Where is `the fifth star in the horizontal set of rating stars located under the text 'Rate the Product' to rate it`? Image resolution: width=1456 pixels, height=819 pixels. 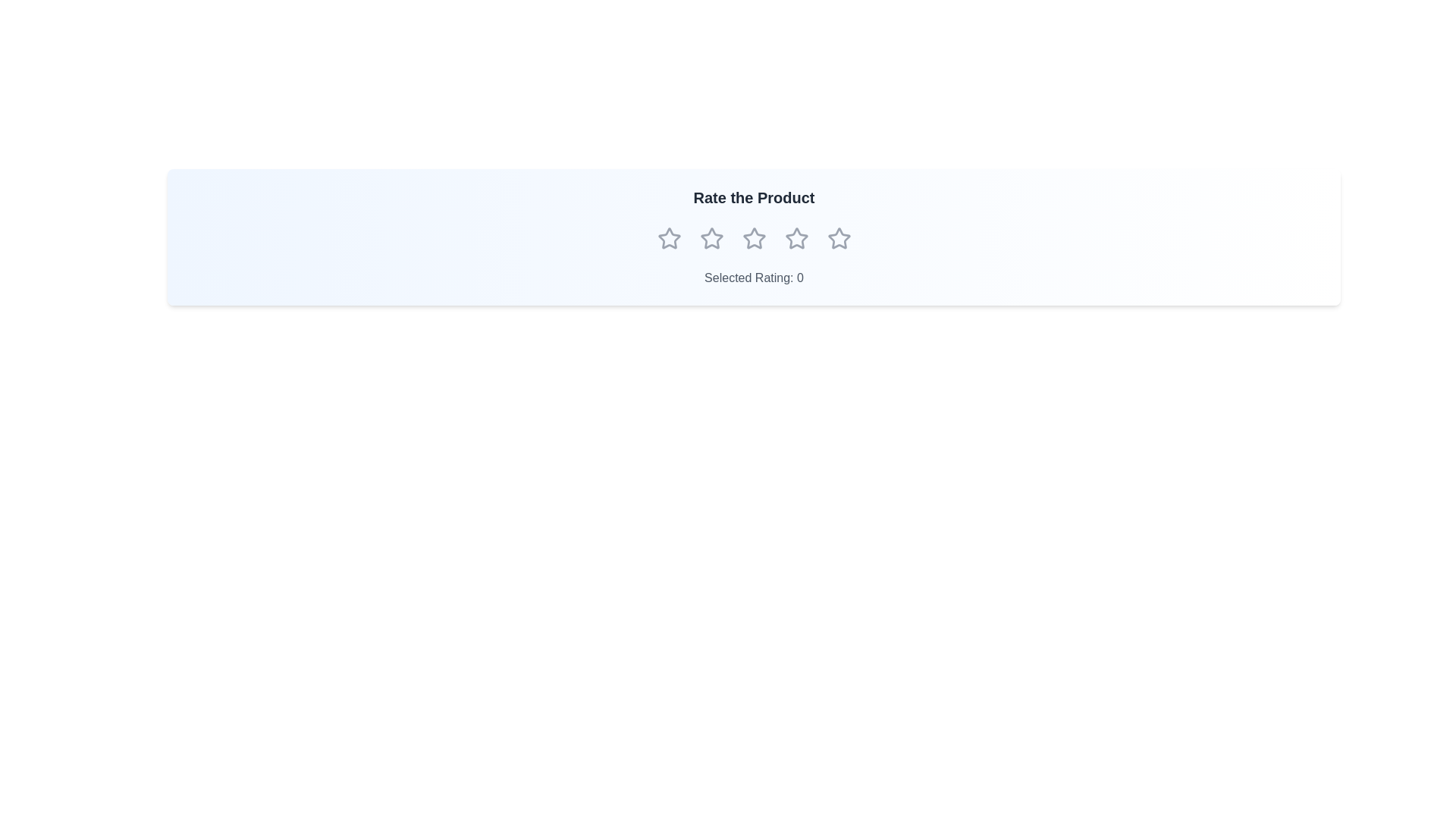
the fifth star in the horizontal set of rating stars located under the text 'Rate the Product' to rate it is located at coordinates (838, 238).